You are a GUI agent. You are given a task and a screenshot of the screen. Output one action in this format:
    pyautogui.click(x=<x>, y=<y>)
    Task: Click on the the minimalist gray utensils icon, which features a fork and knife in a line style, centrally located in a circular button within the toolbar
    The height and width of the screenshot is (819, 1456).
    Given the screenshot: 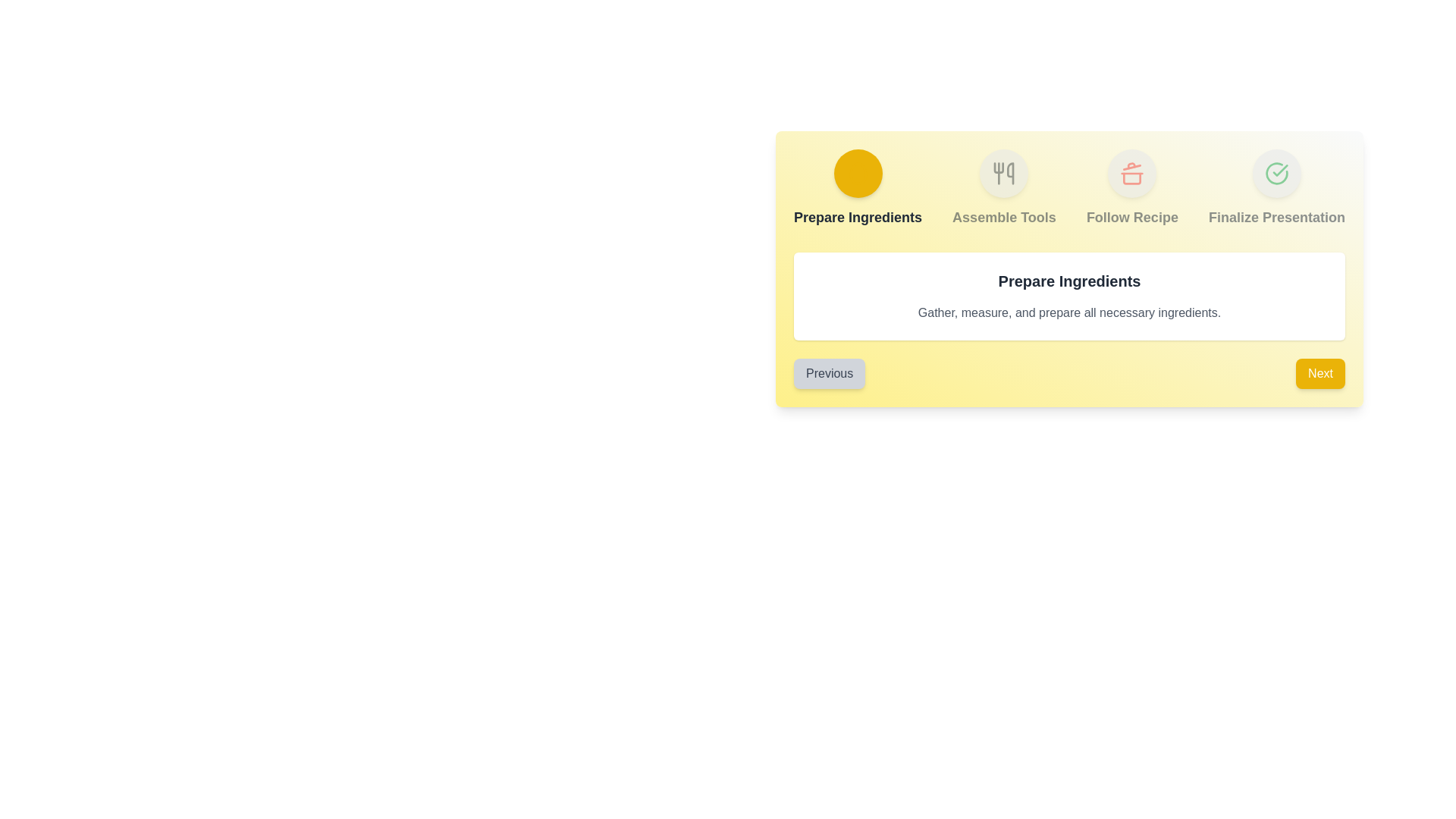 What is the action you would take?
    pyautogui.click(x=1004, y=172)
    